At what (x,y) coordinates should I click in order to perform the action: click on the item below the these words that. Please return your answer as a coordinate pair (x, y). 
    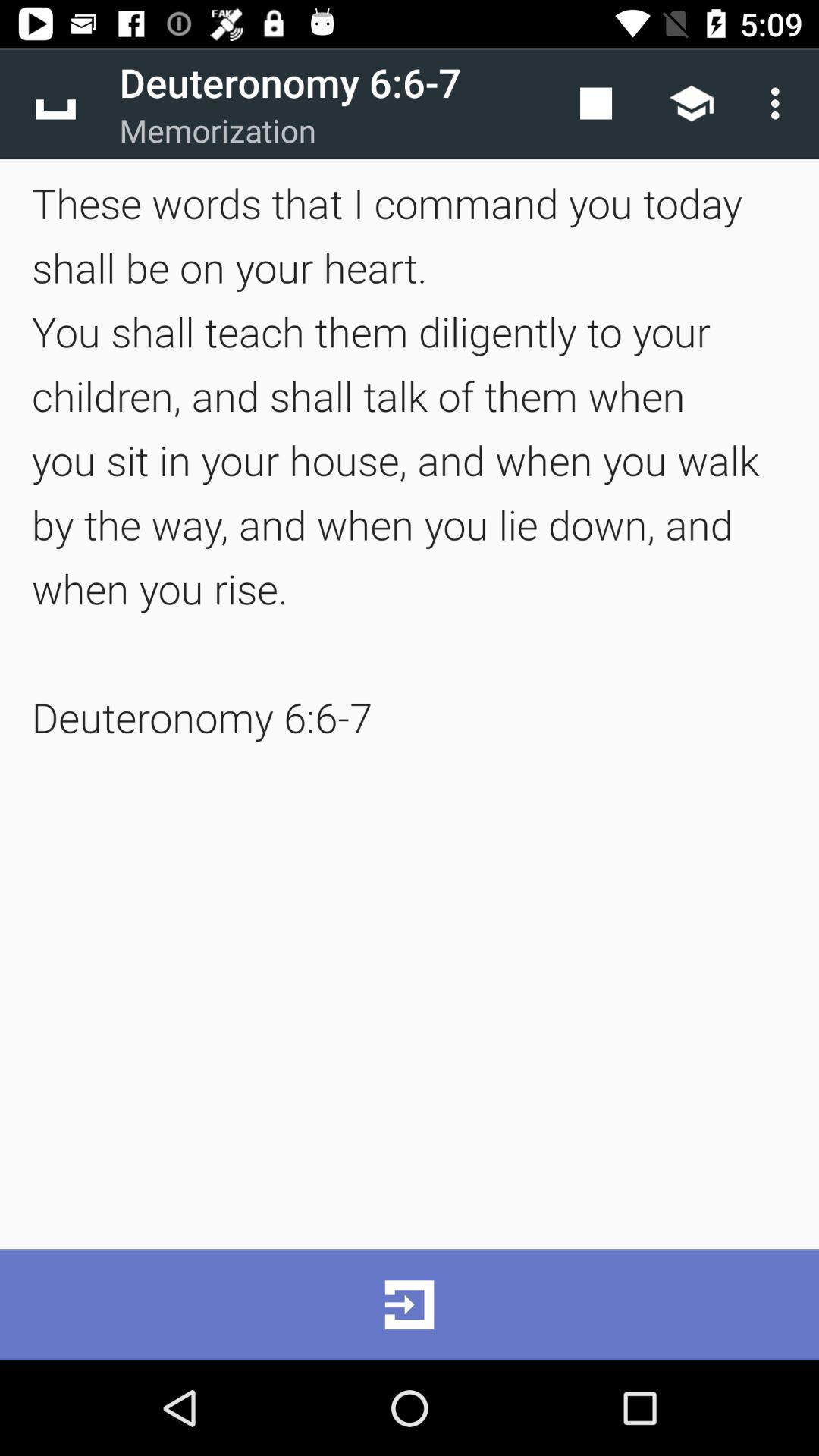
    Looking at the image, I should click on (409, 1304).